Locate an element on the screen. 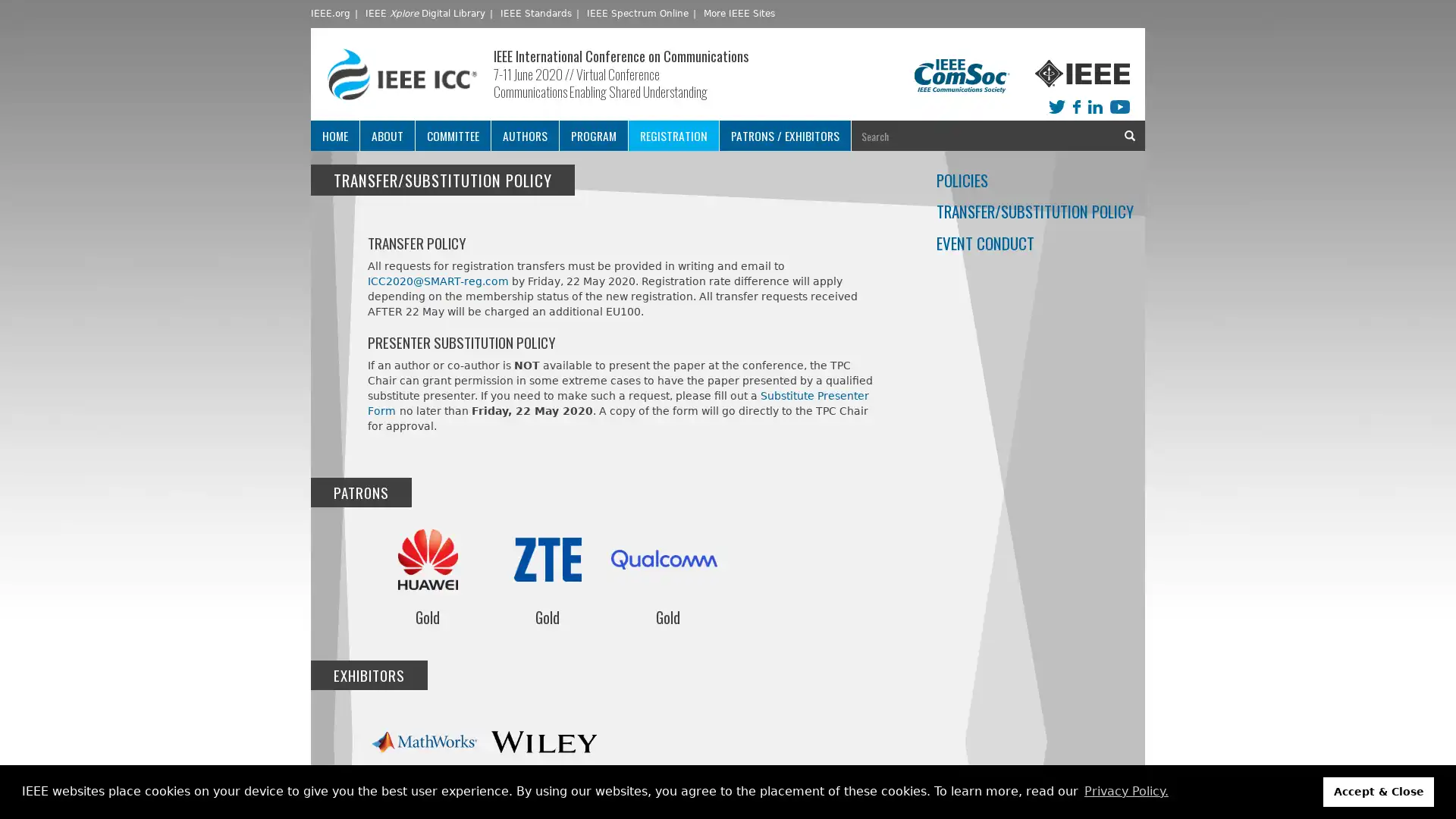 The width and height of the screenshot is (1456, 819). learn more about cookies is located at coordinates (1125, 791).